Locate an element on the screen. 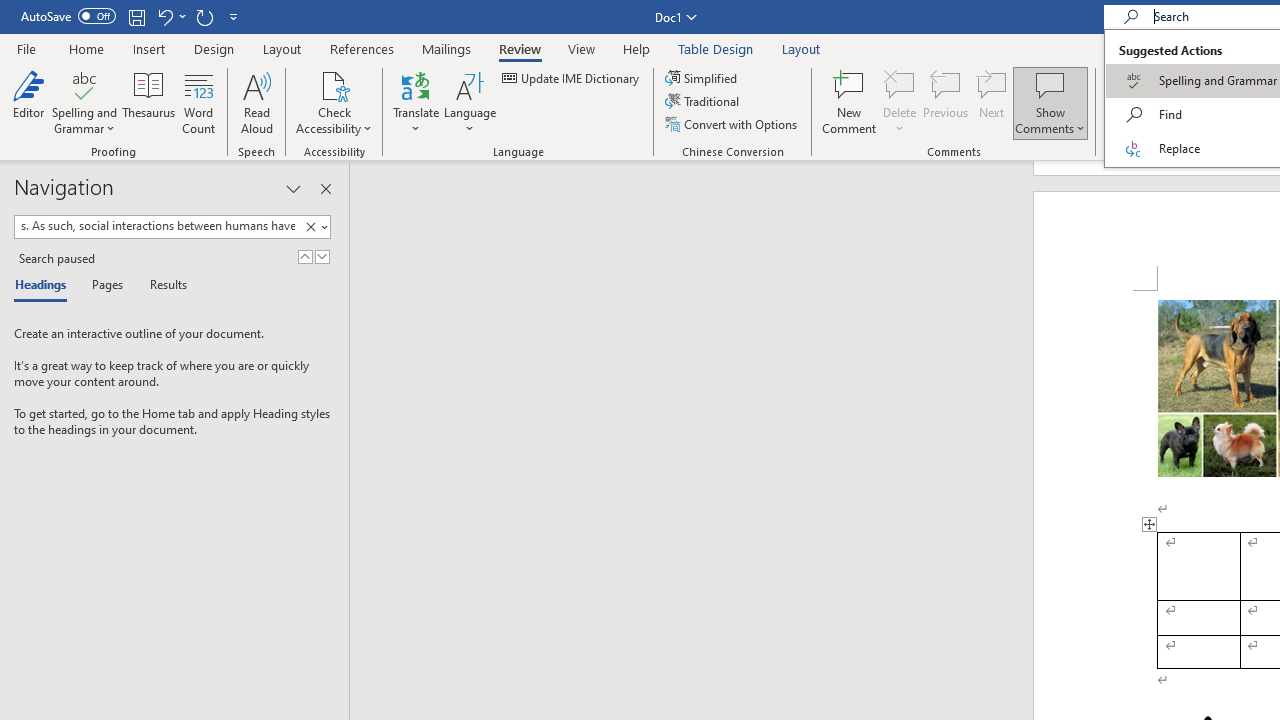 The image size is (1280, 720). 'Clear' is located at coordinates (313, 226).